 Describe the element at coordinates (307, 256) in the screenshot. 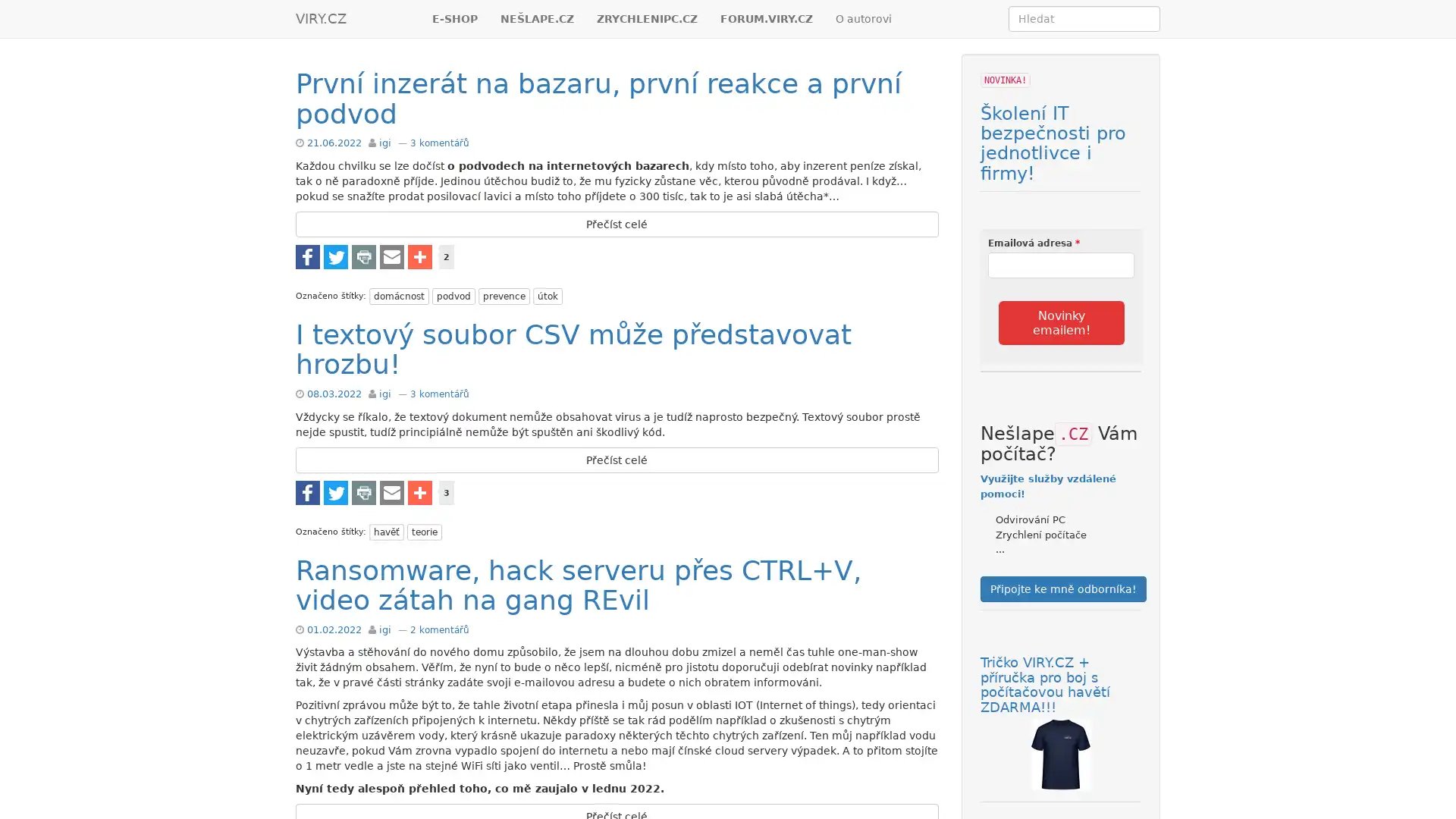

I see `Share to Facebook` at that location.